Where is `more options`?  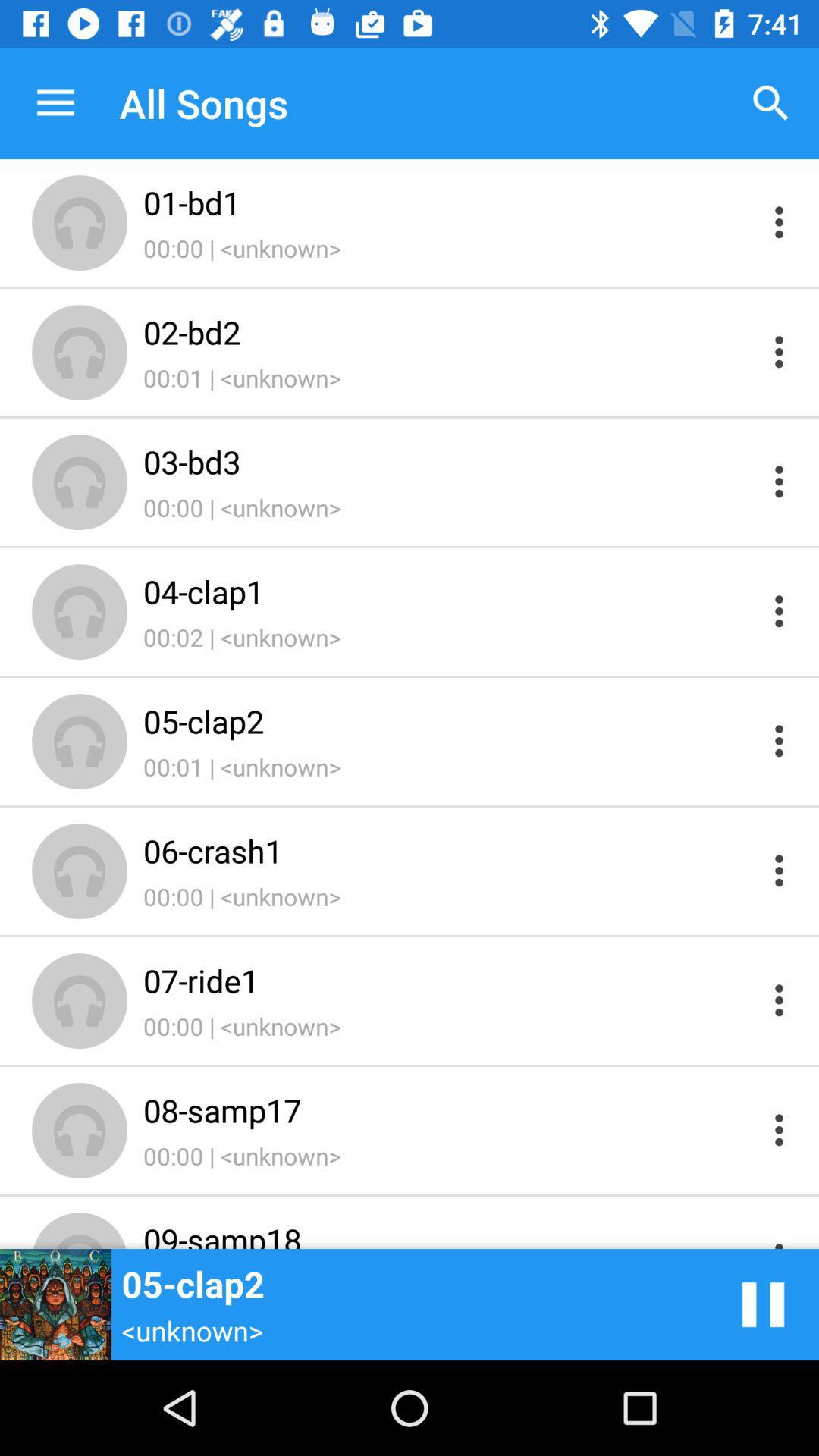
more options is located at coordinates (779, 351).